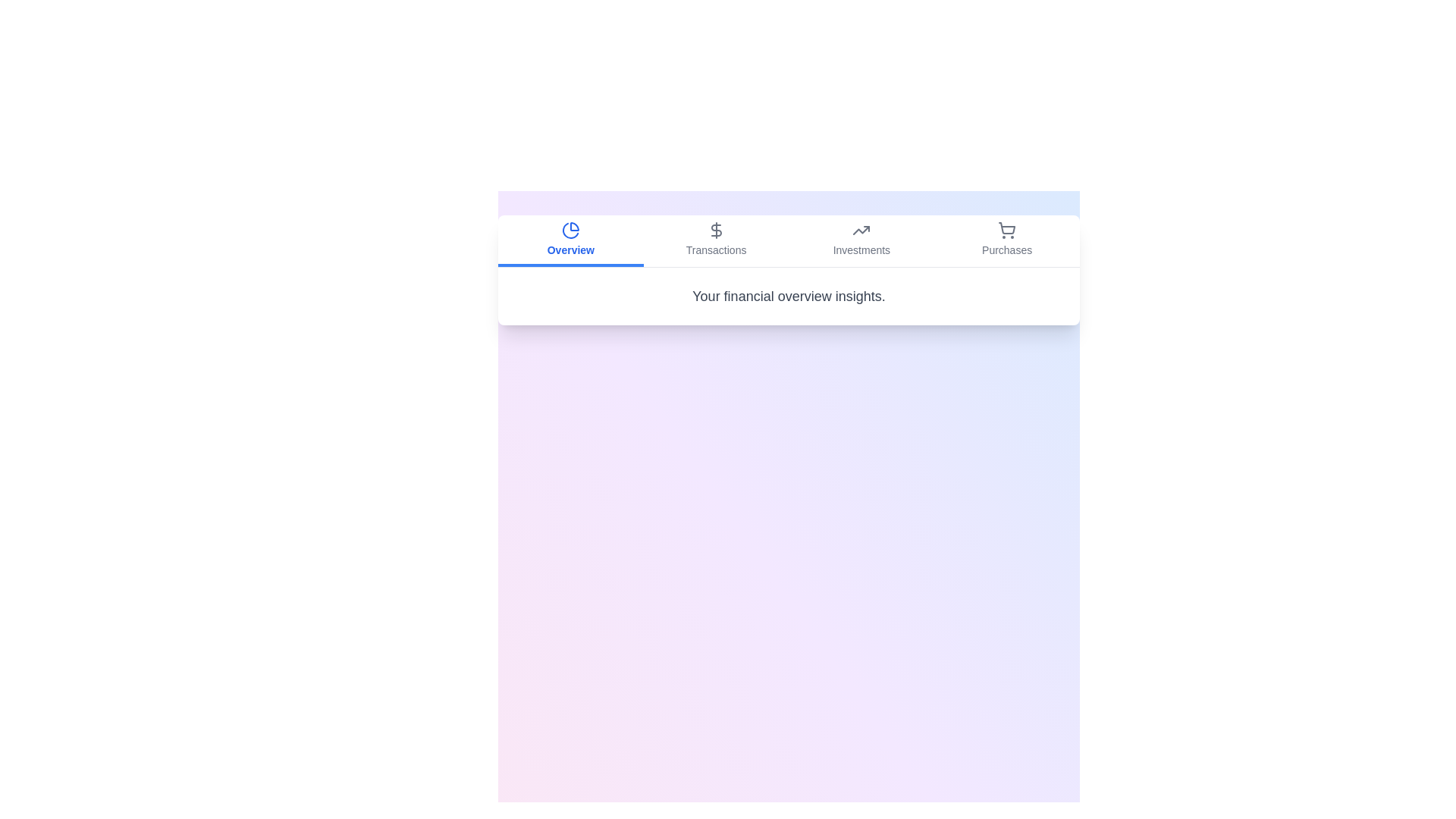 Image resolution: width=1456 pixels, height=819 pixels. I want to click on the Investments tab by clicking on it, so click(861, 240).